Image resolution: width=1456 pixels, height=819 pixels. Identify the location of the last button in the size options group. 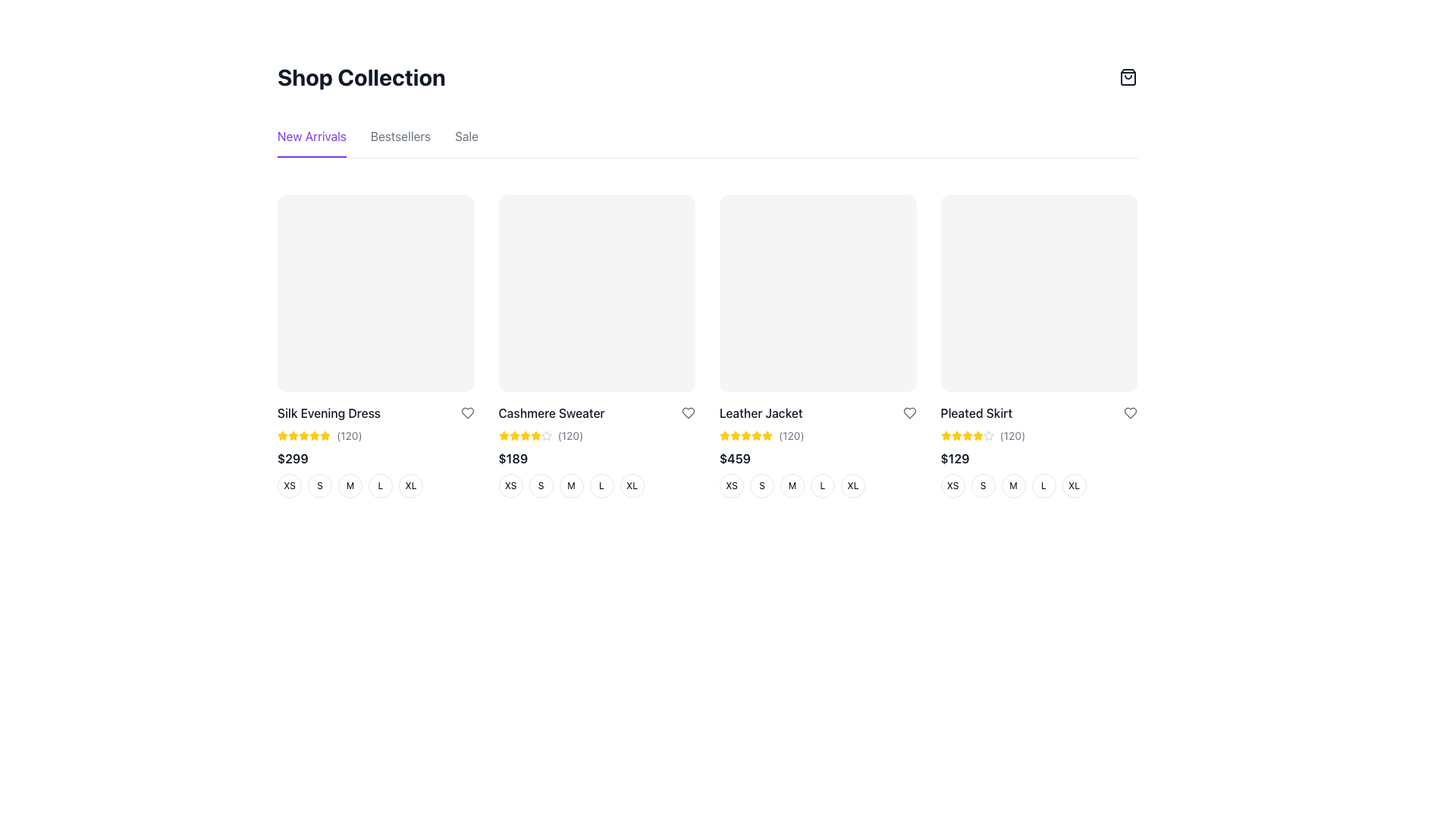
(1073, 485).